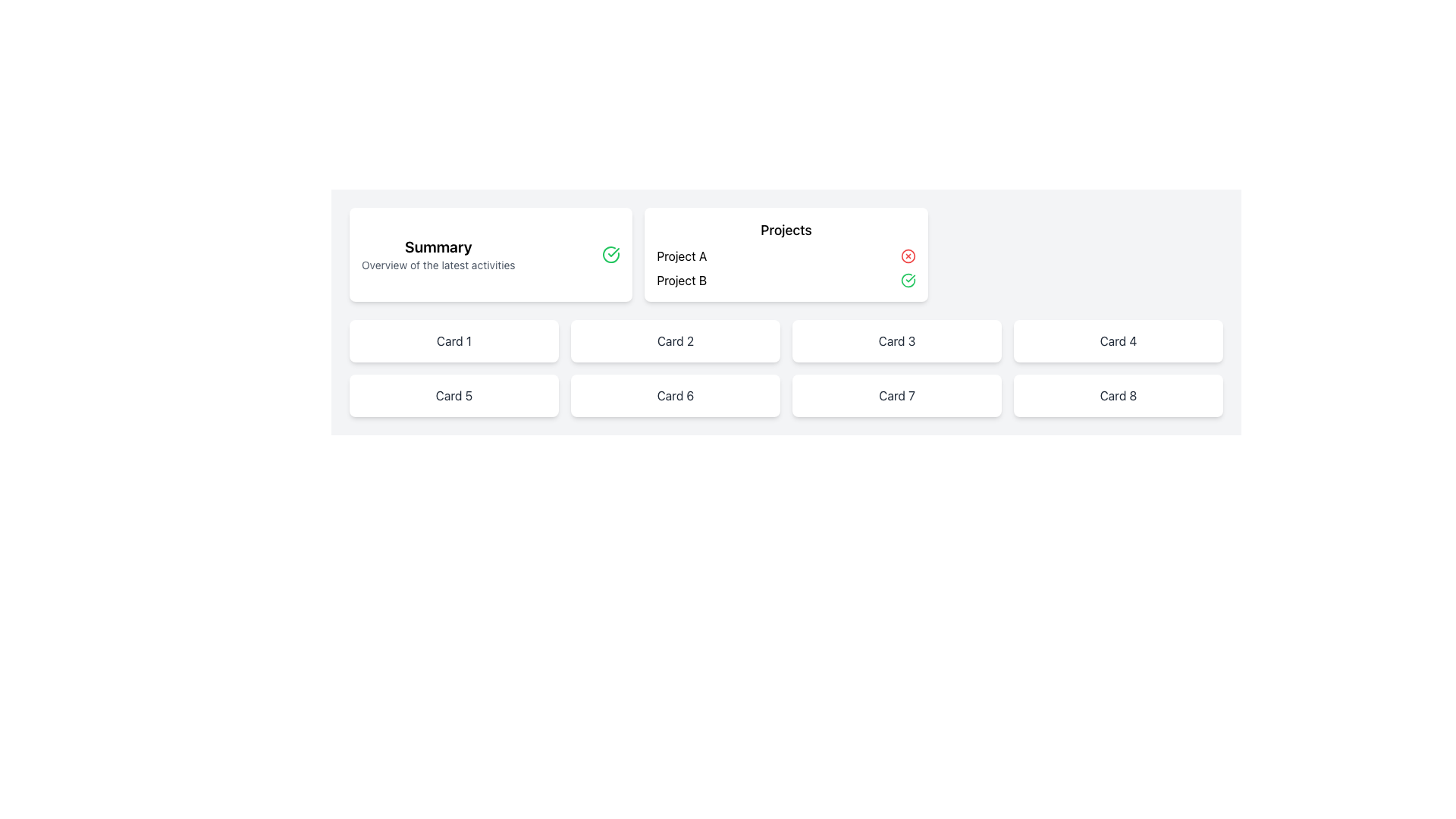 The width and height of the screenshot is (1456, 819). What do you see at coordinates (491, 253) in the screenshot?
I see `the summary card that presents an overview of recent activities, located in the first column of the grid layout at the top row, leftmost position` at bounding box center [491, 253].